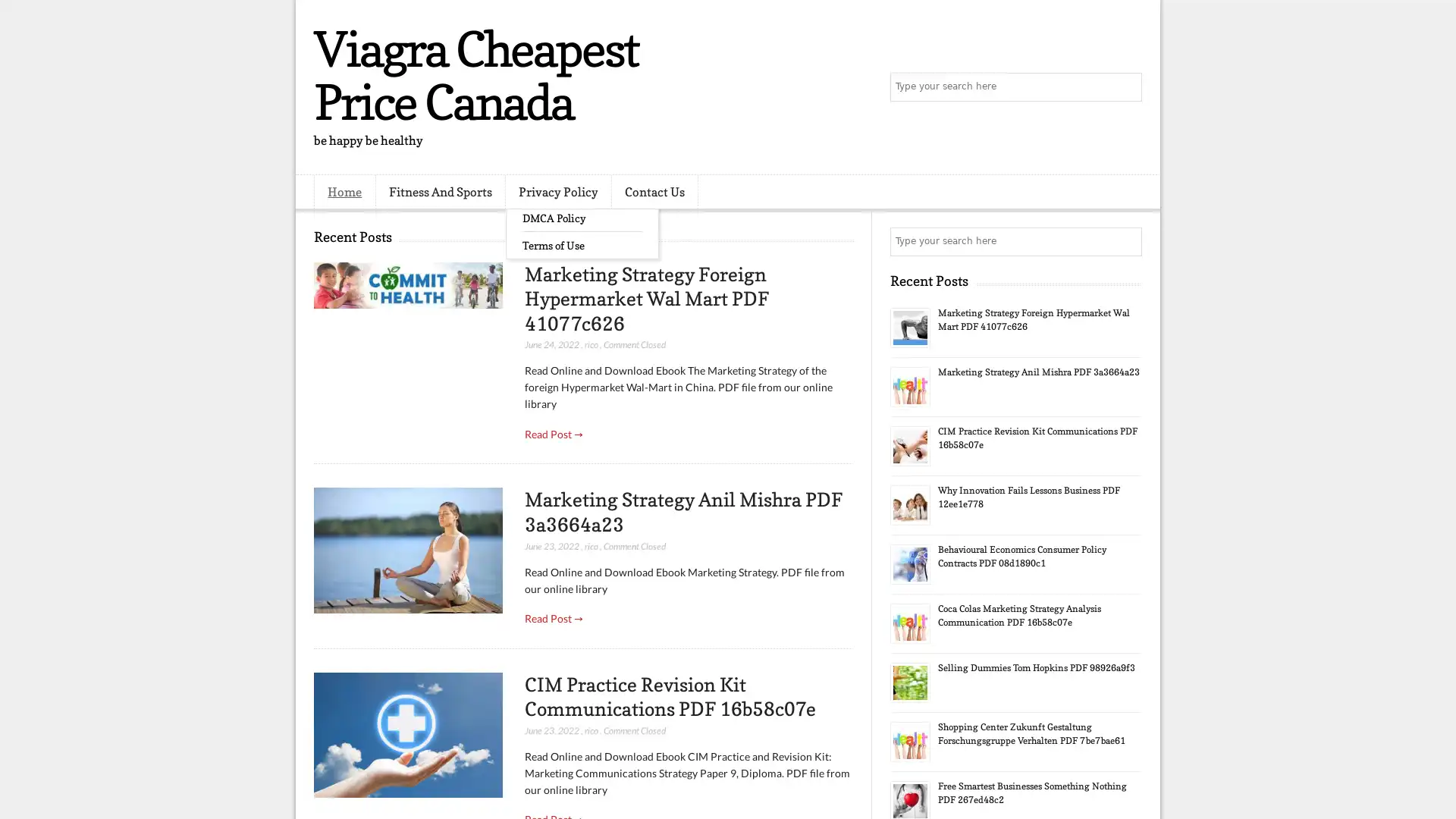  I want to click on Search, so click(1126, 87).